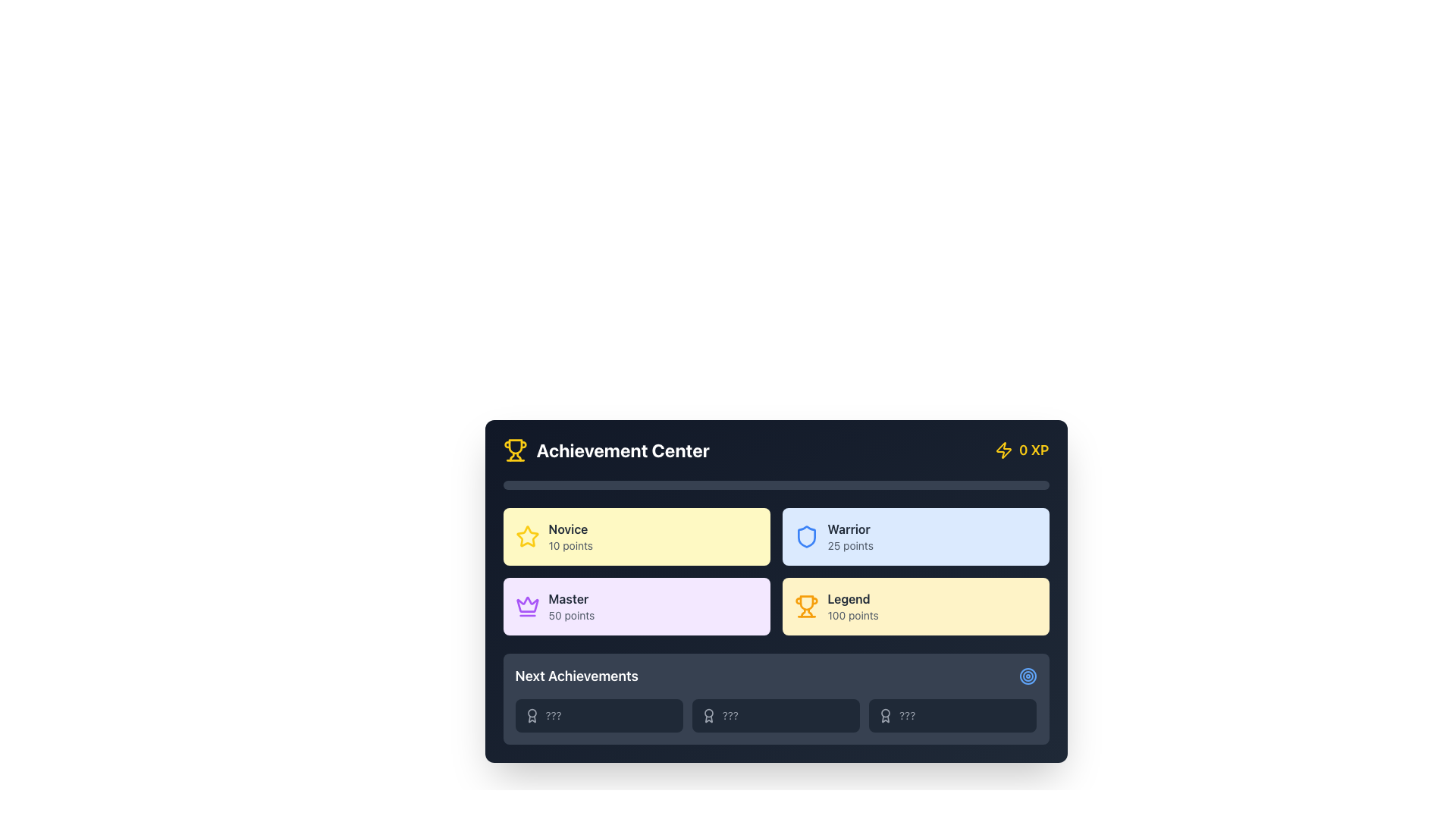 The image size is (1456, 819). Describe the element at coordinates (636, 536) in the screenshot. I see `the Interactive card labeled 'Novice', which displays 10 points and is located in the top-left corner of a 2x2 grid of achievement level cards` at that location.